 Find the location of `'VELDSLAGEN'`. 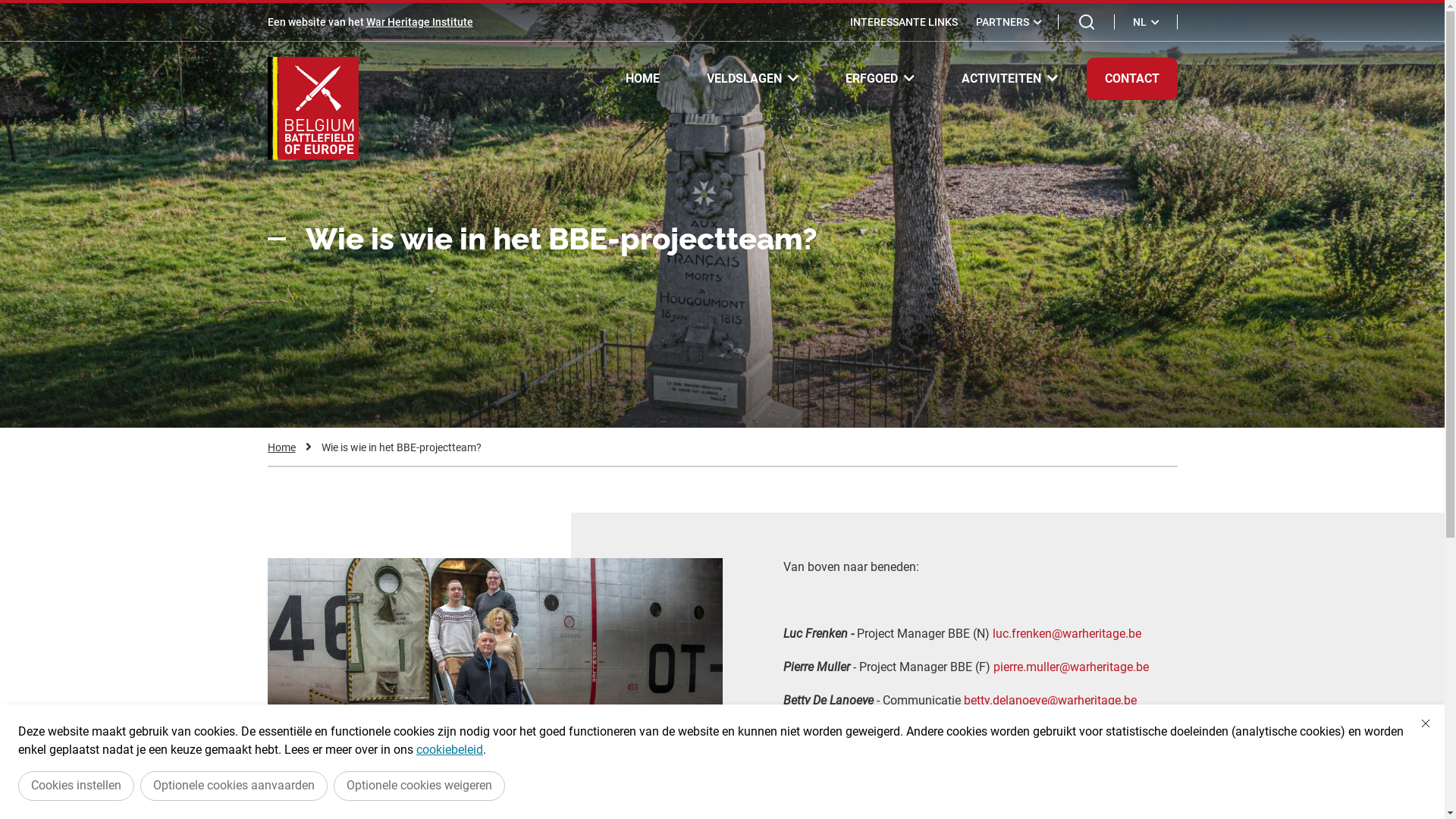

'VELDSLAGEN' is located at coordinates (752, 78).